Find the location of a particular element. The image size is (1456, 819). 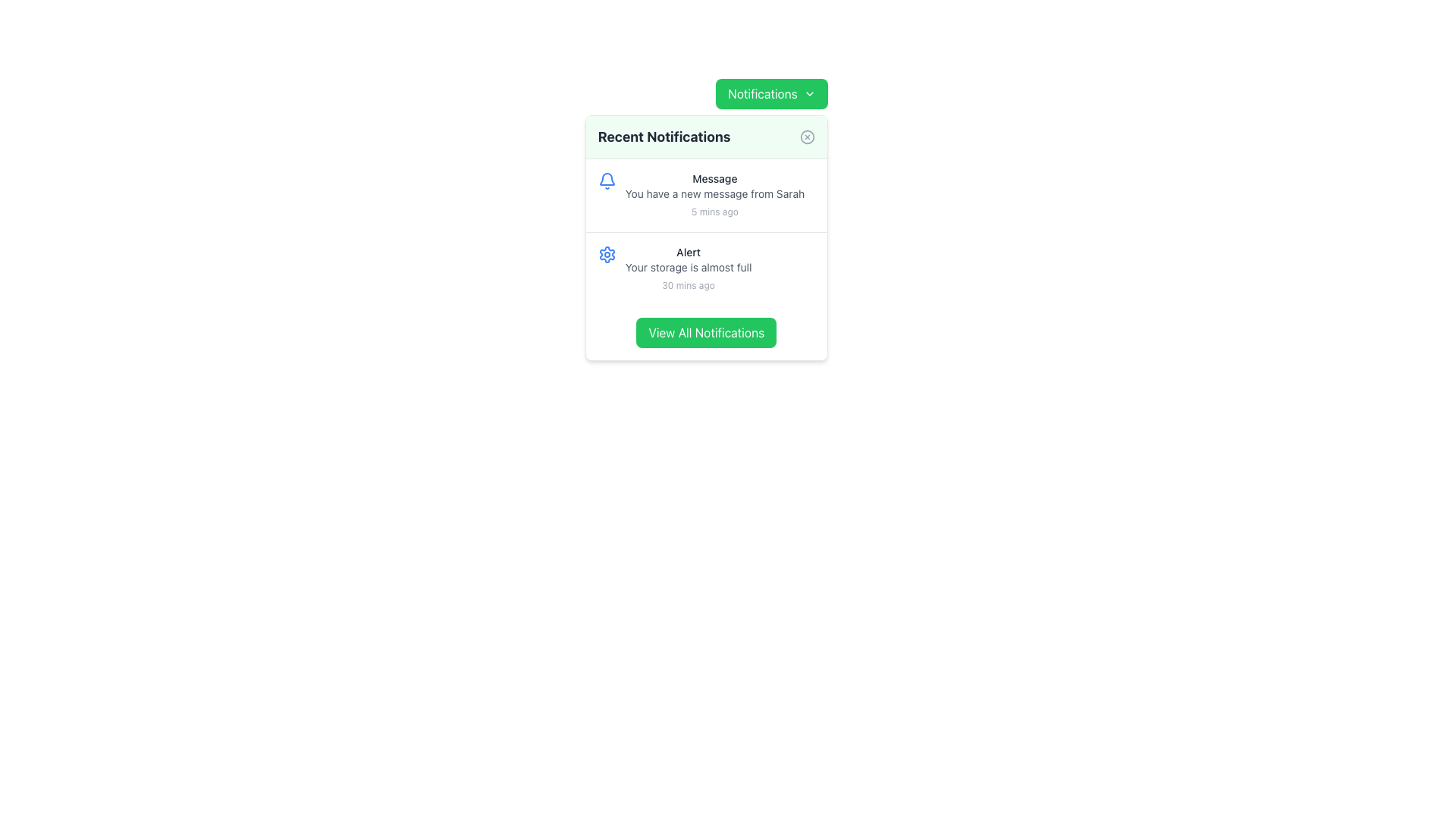

the green button labeled 'View All Notifications' to observe any hover effects is located at coordinates (705, 332).